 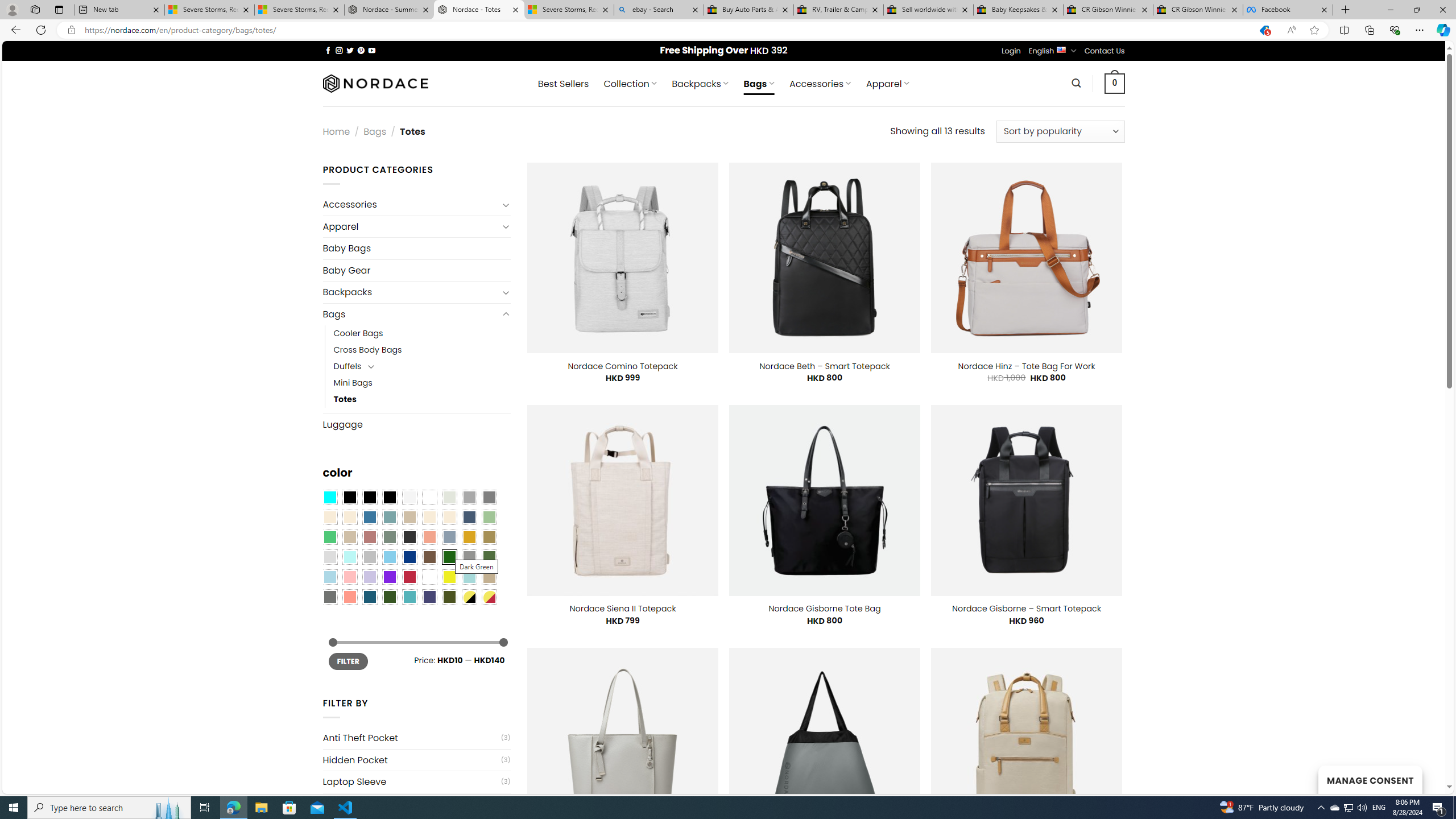 I want to click on 'Duffels', so click(x=347, y=366).